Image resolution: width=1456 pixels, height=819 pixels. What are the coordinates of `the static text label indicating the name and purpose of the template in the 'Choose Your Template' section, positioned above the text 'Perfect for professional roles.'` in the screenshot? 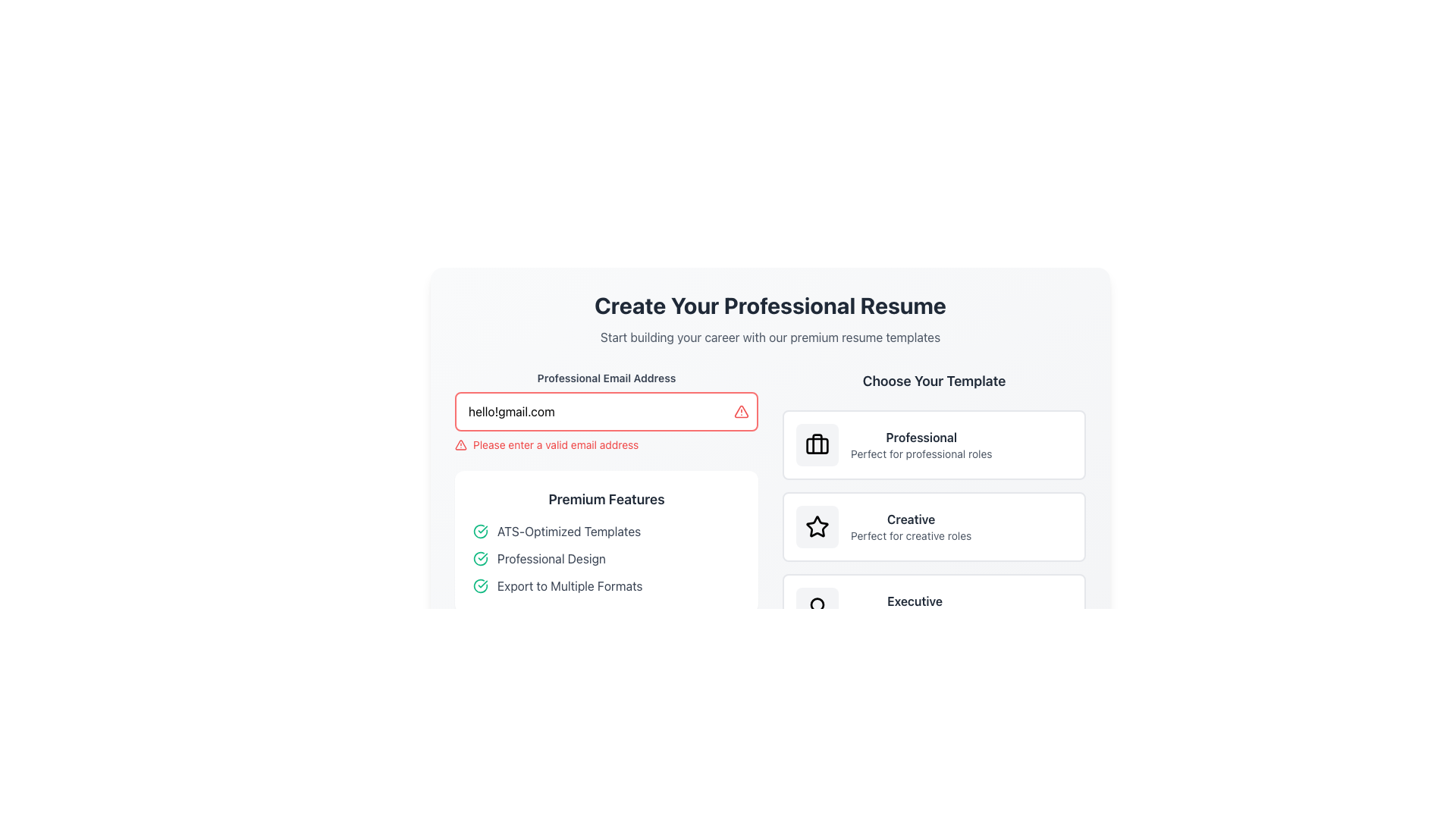 It's located at (921, 438).